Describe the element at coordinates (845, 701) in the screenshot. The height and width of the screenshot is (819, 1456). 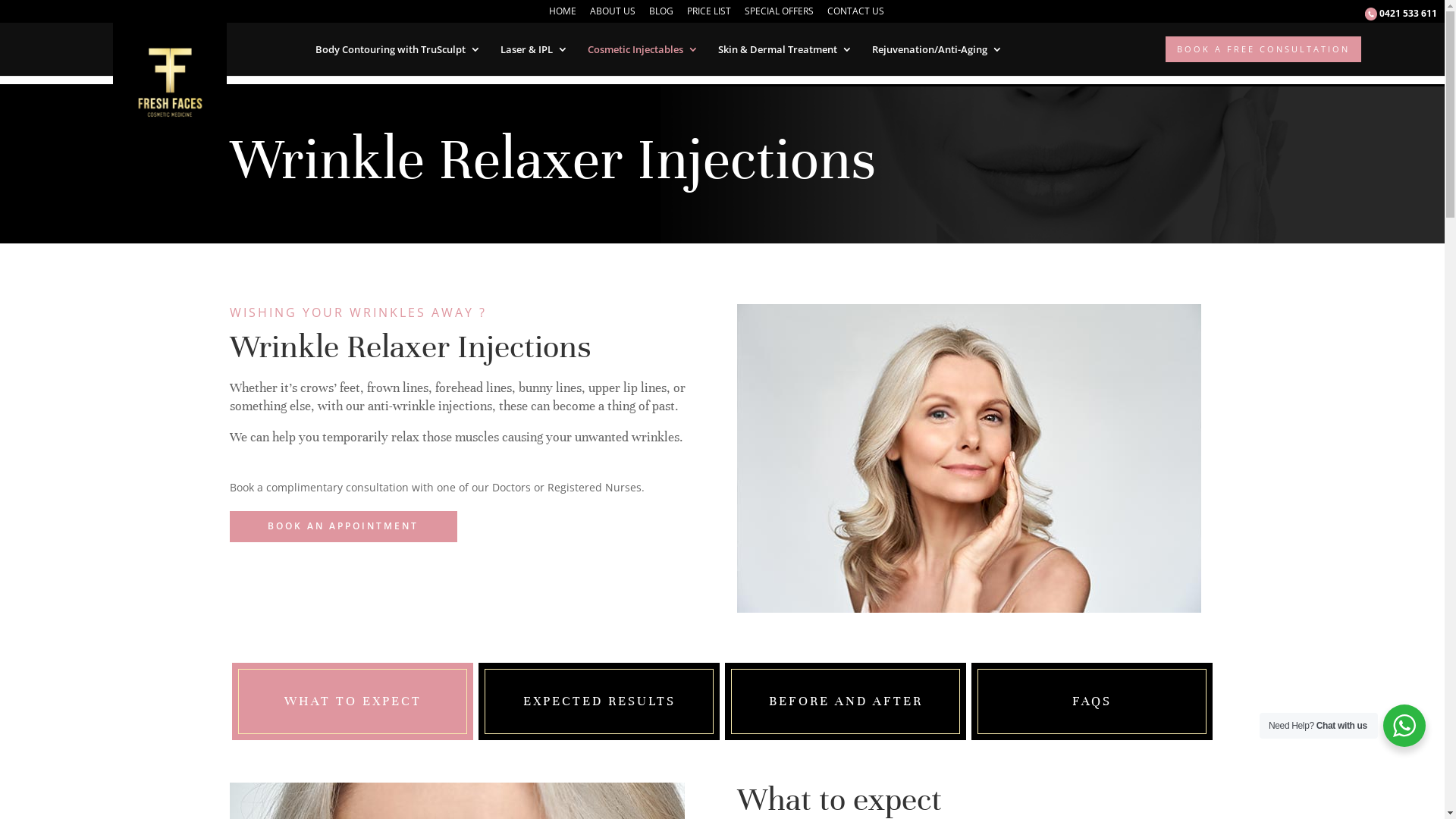
I see `'BEFORE AND AFTER'` at that location.